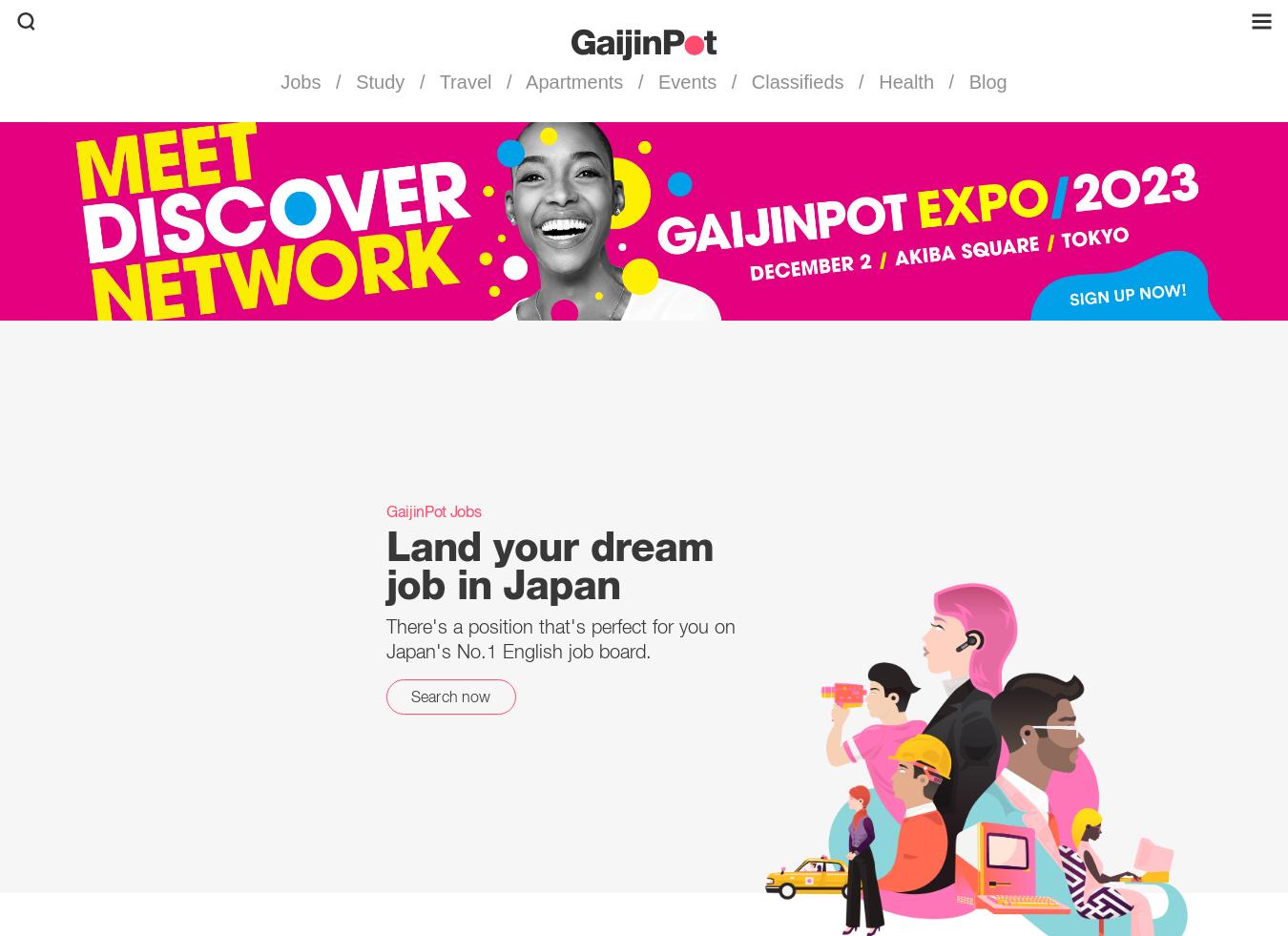 The height and width of the screenshot is (936, 1288). What do you see at coordinates (386, 637) in the screenshot?
I see `'There's a position that's perfect for you on Japan's No.1 English job board.'` at bounding box center [386, 637].